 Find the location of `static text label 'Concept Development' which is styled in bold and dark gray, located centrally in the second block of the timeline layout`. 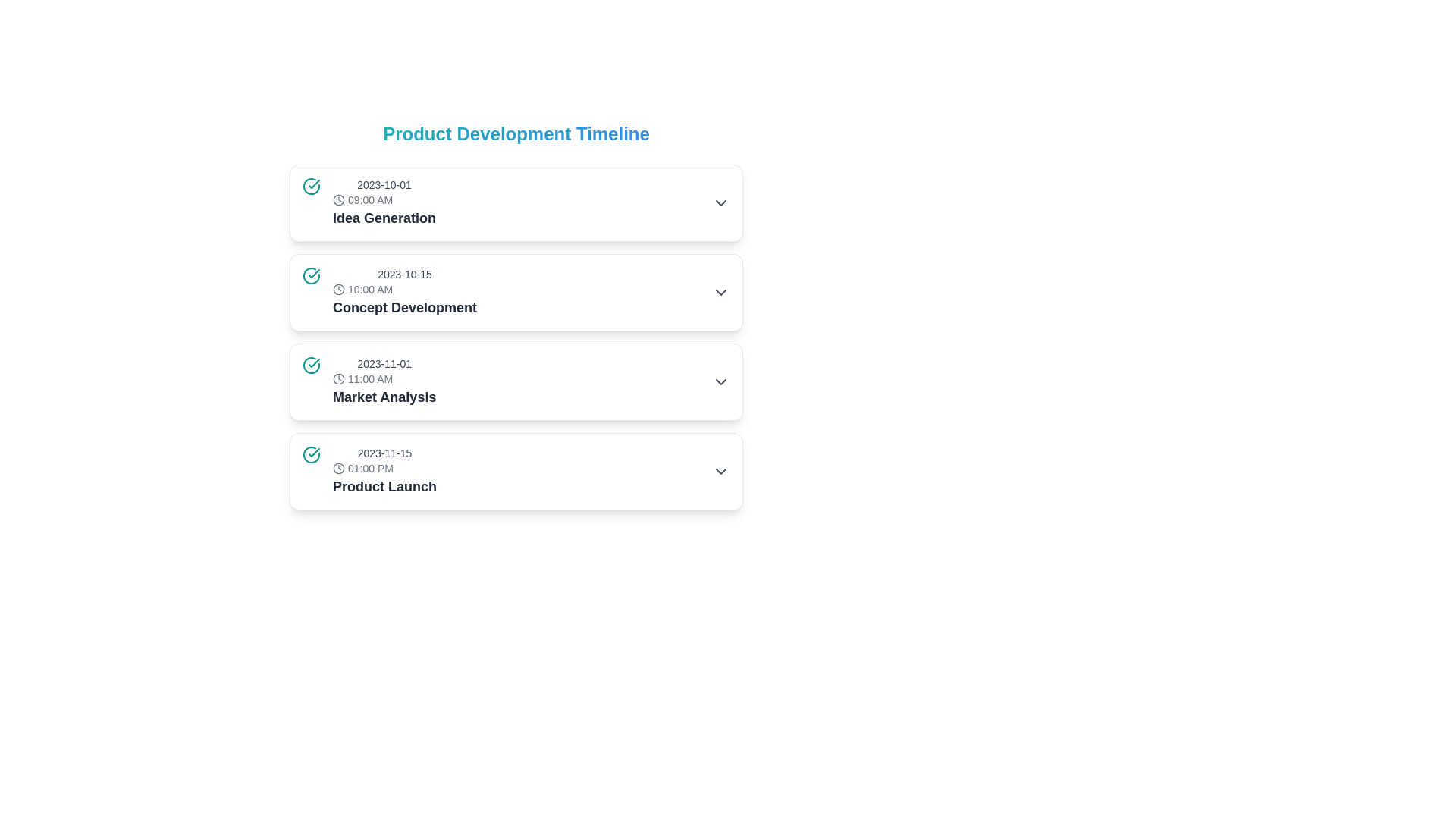

static text label 'Concept Development' which is styled in bold and dark gray, located centrally in the second block of the timeline layout is located at coordinates (404, 307).